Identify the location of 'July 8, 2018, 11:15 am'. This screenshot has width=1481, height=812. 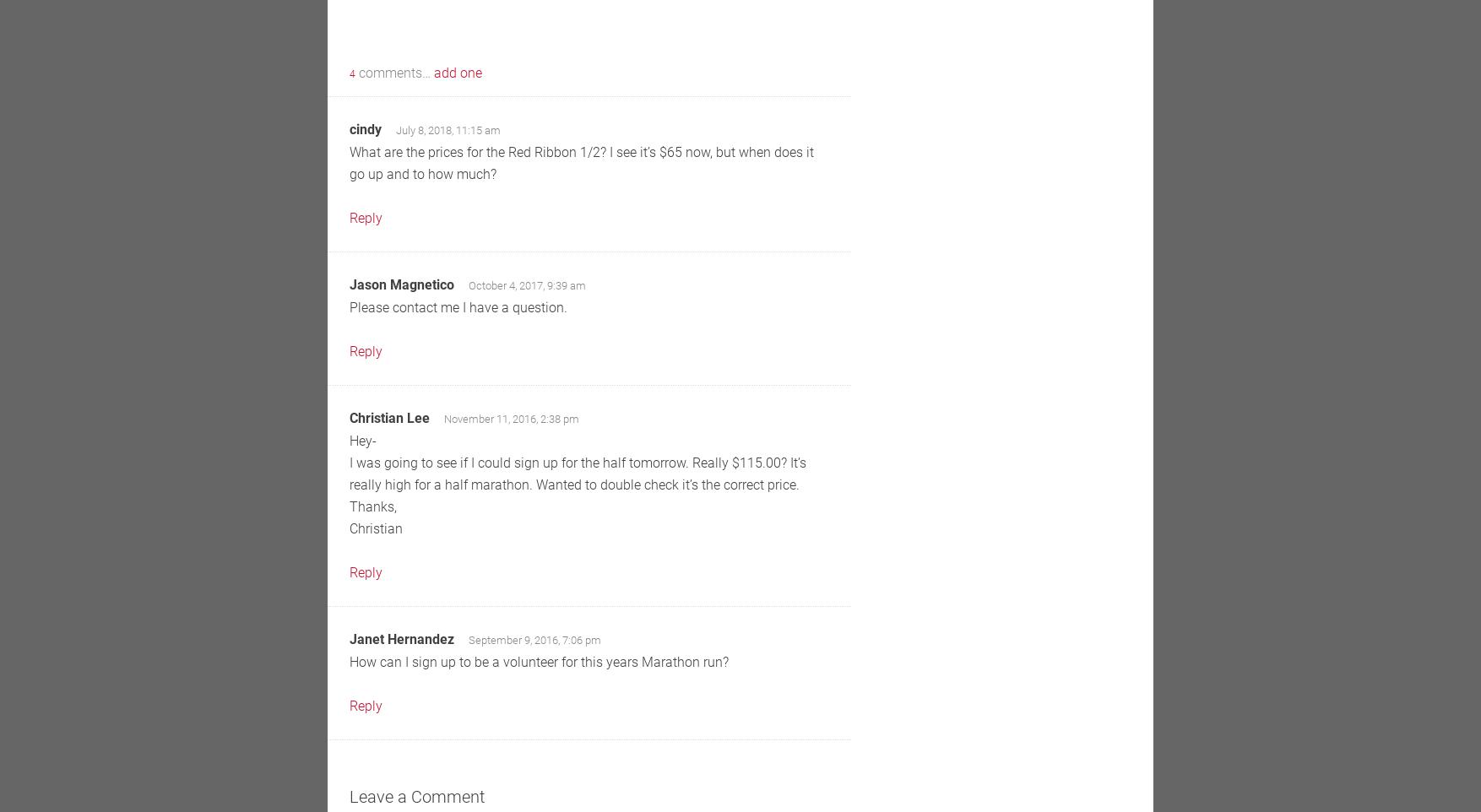
(448, 130).